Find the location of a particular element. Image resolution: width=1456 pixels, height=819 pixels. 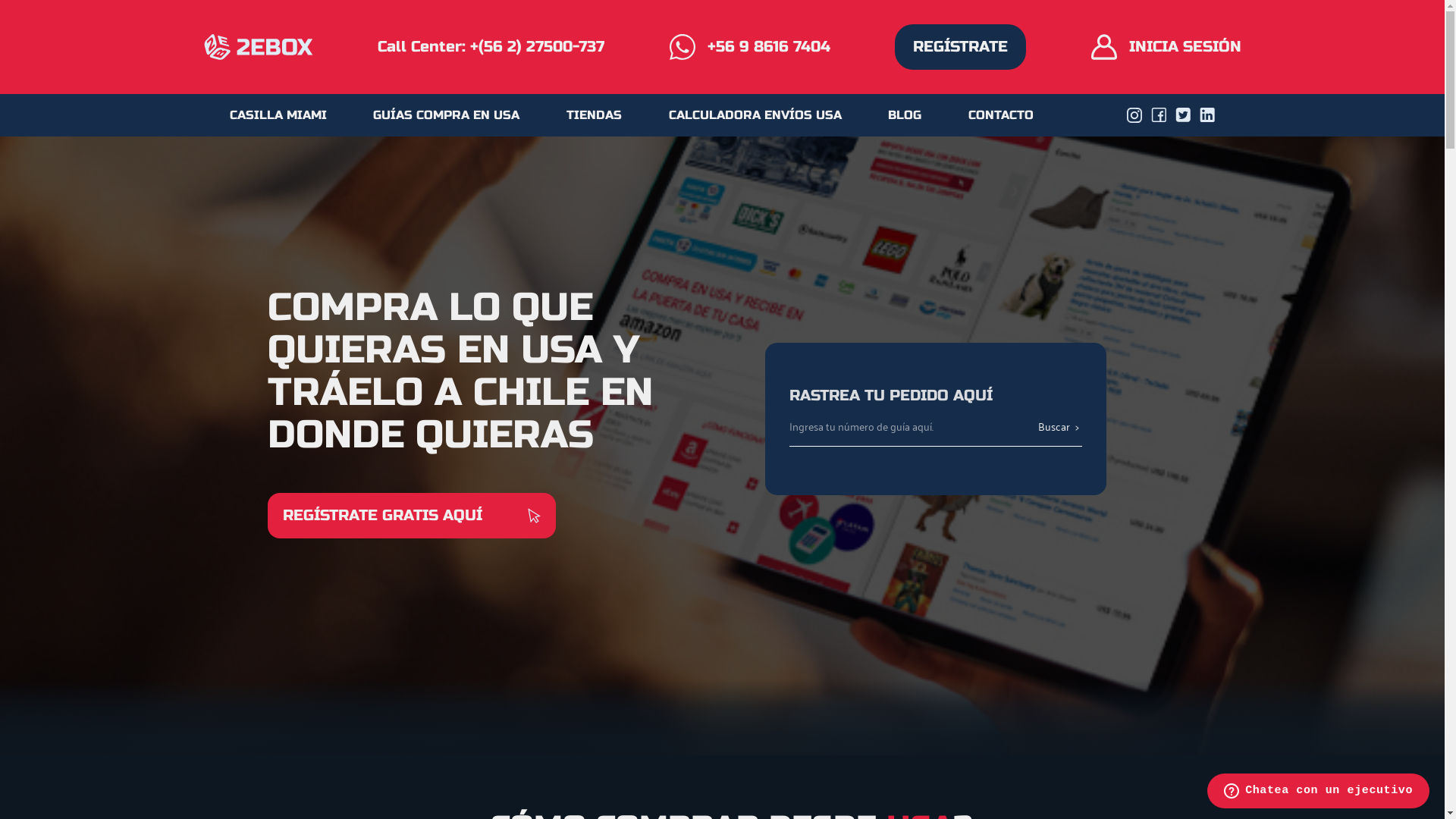

'CONTACTO' is located at coordinates (1001, 114).